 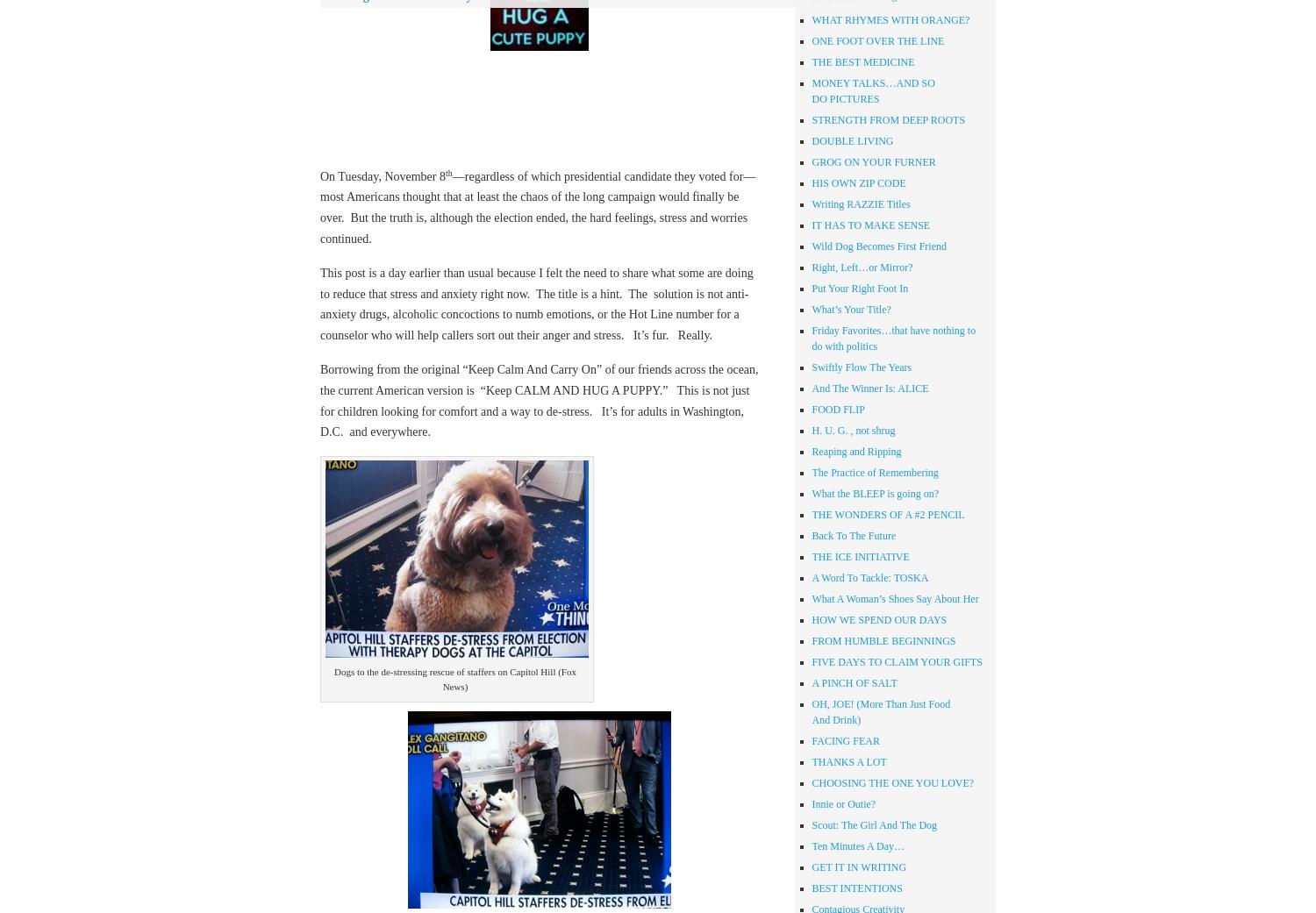 What do you see at coordinates (862, 61) in the screenshot?
I see `'THE BEST MEDICINE'` at bounding box center [862, 61].